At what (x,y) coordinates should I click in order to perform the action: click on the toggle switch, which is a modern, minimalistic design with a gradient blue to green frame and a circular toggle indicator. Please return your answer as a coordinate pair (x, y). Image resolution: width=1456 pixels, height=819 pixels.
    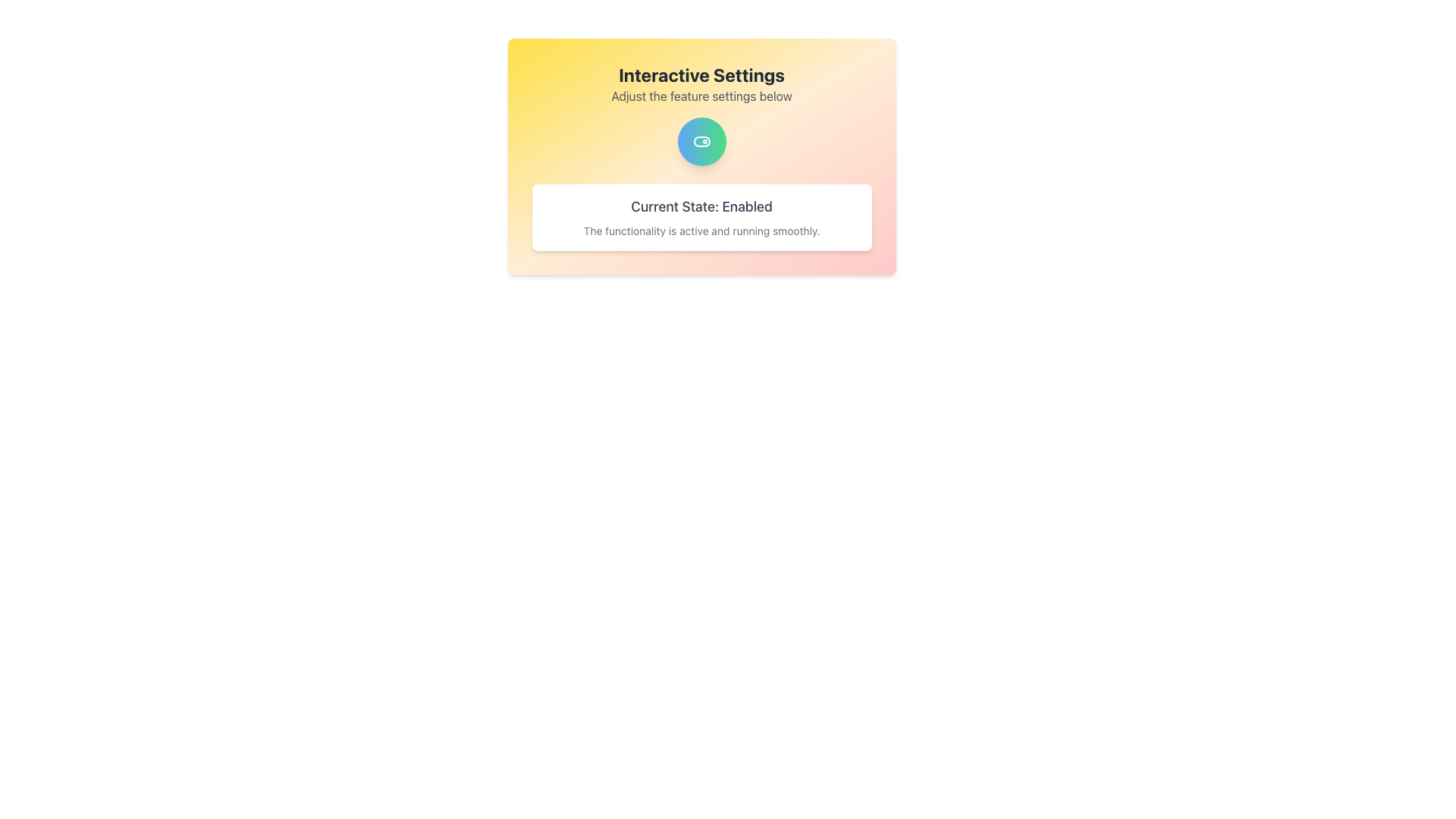
    Looking at the image, I should click on (701, 141).